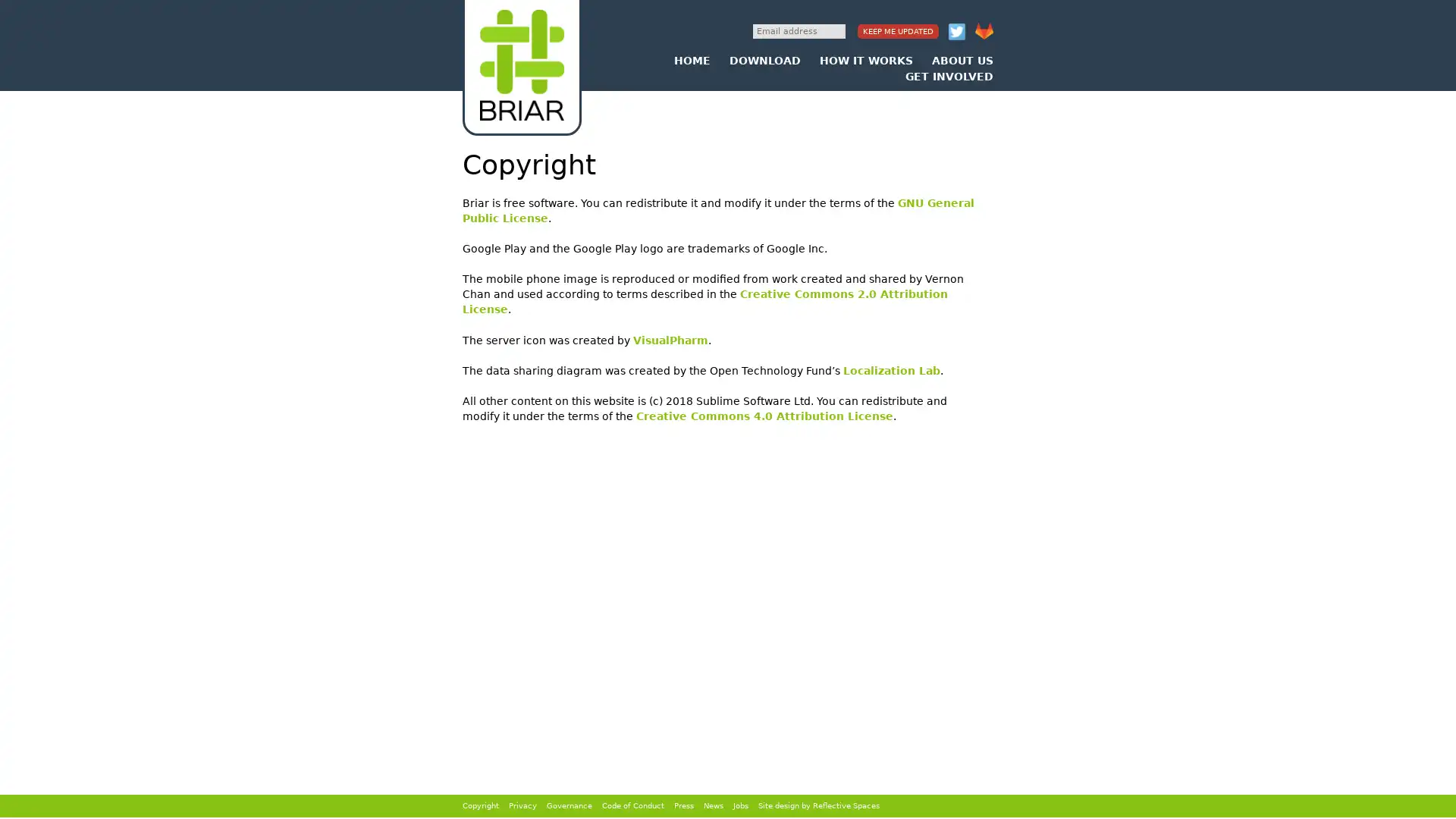 Image resolution: width=1456 pixels, height=819 pixels. Describe the element at coordinates (898, 31) in the screenshot. I see `KEEP ME UPDATED` at that location.